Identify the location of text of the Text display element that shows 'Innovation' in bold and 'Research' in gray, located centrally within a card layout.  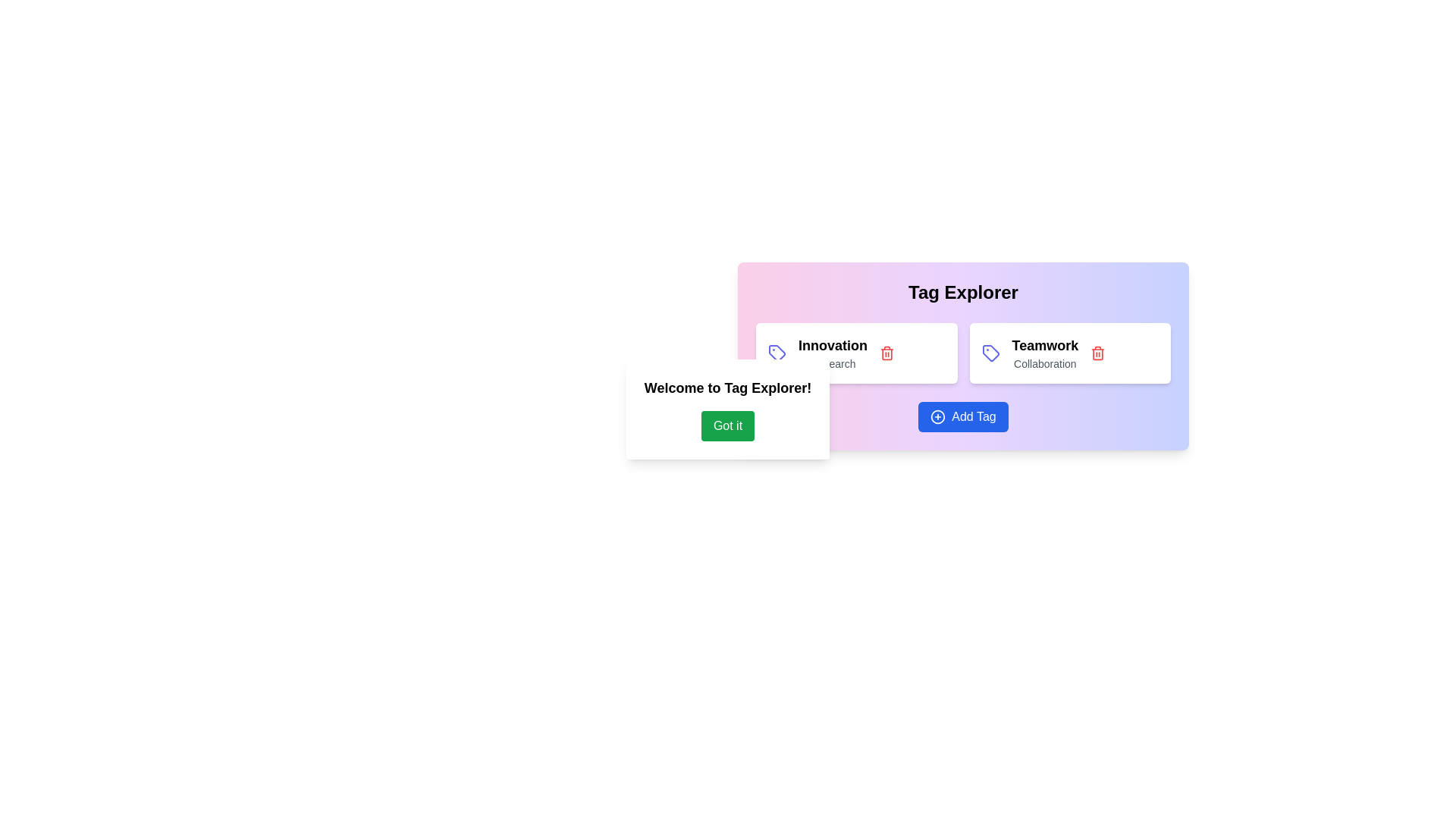
(832, 353).